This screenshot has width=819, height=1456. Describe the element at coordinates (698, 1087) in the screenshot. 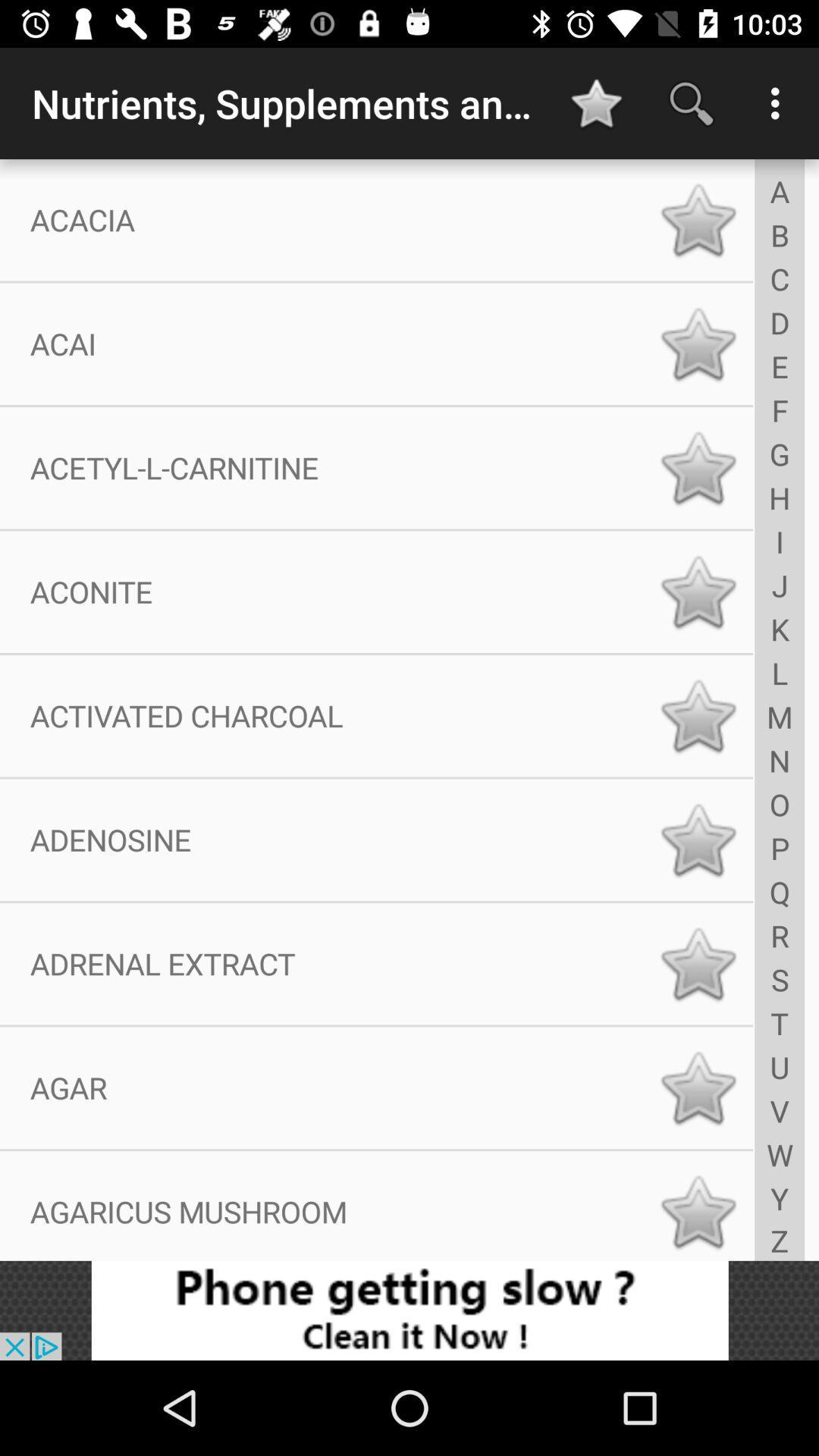

I see `highlight button` at that location.